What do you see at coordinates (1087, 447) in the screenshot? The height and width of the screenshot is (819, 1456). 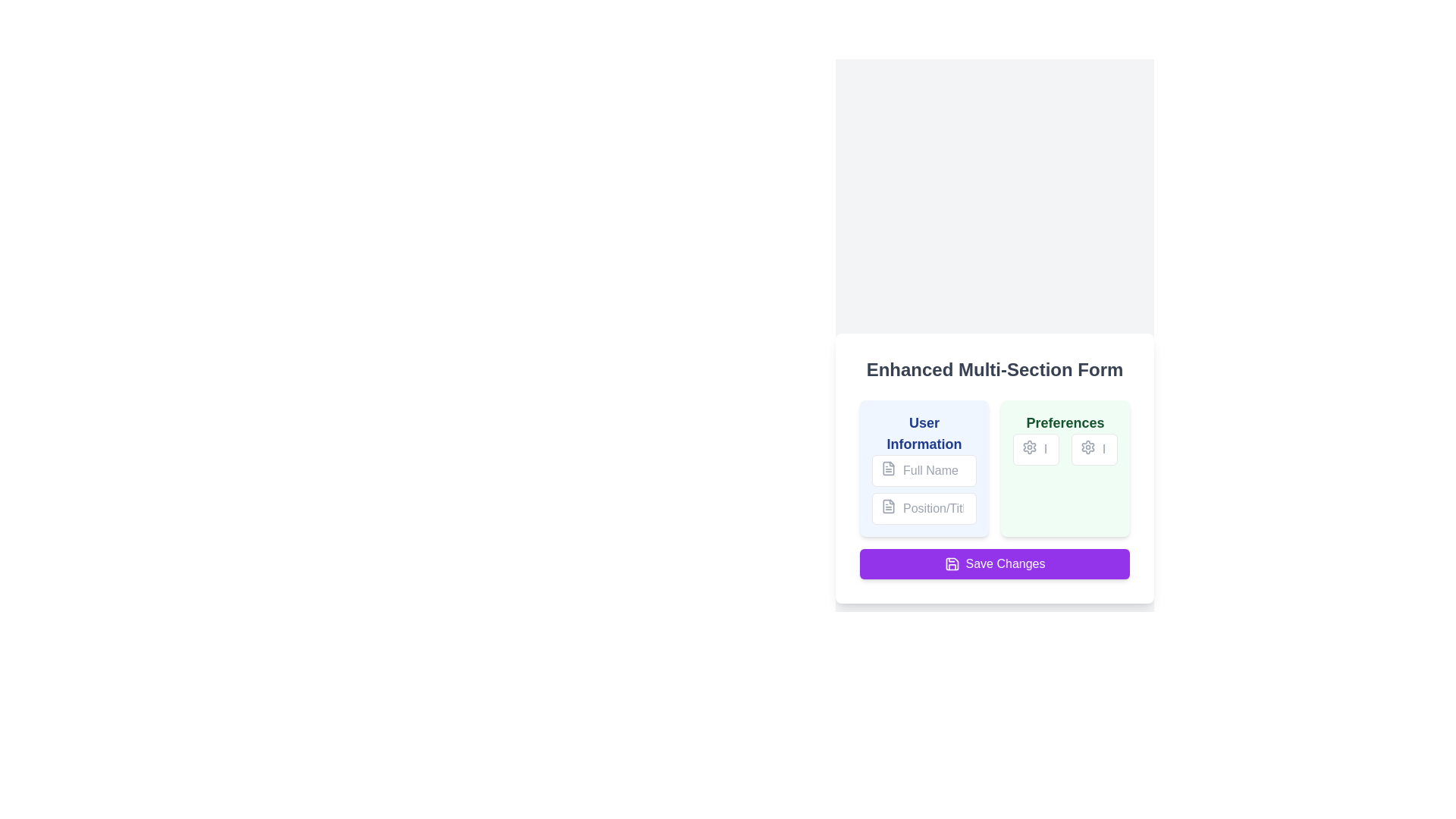 I see `the Settings icon, which is a gray gear-like shape located in the Preferences section beneath the Enhanced Multi-Section Form header` at bounding box center [1087, 447].